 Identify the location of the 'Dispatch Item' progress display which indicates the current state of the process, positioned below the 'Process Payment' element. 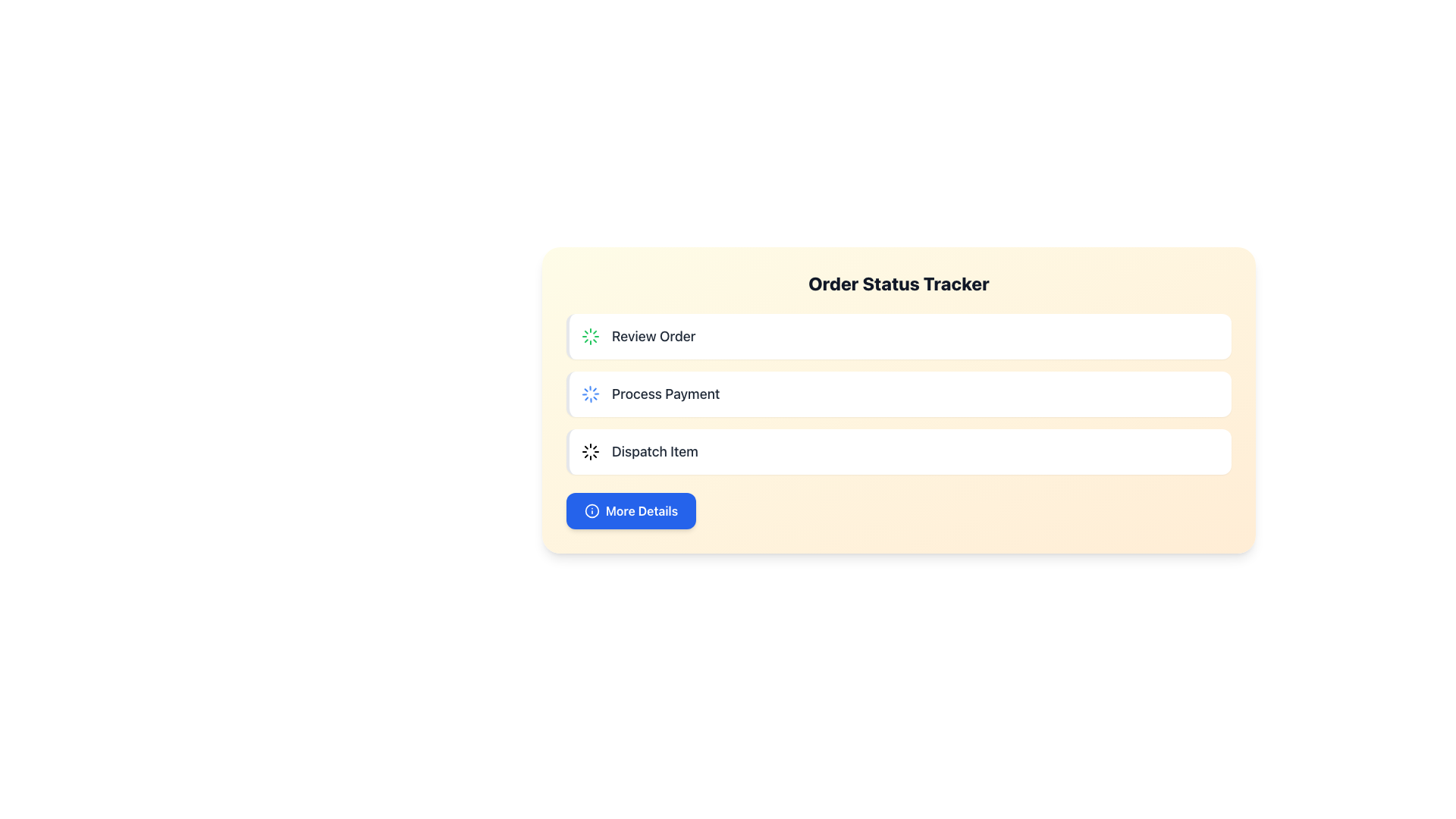
(899, 451).